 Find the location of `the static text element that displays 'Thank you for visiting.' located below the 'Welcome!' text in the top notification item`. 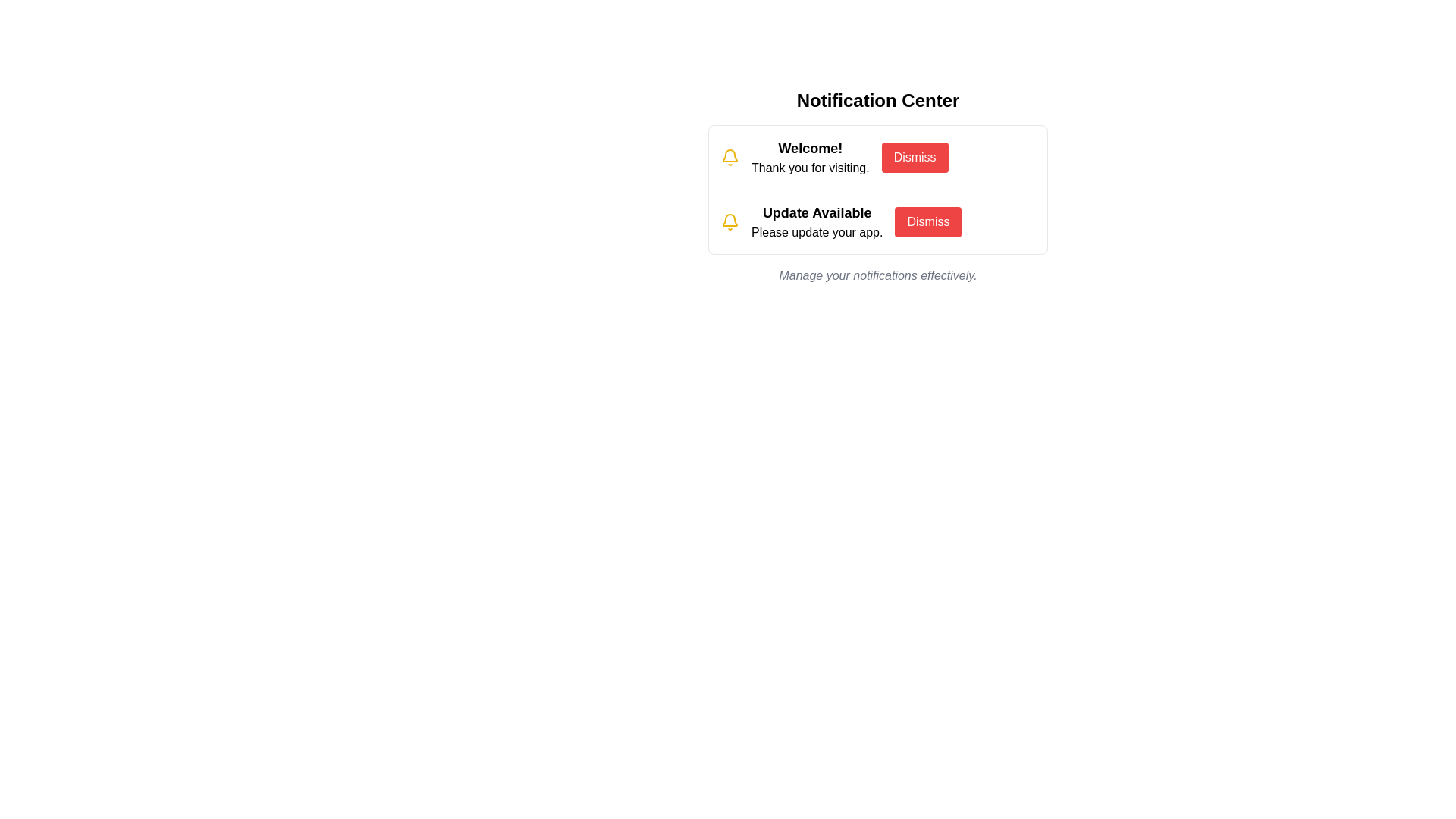

the static text element that displays 'Thank you for visiting.' located below the 'Welcome!' text in the top notification item is located at coordinates (809, 168).